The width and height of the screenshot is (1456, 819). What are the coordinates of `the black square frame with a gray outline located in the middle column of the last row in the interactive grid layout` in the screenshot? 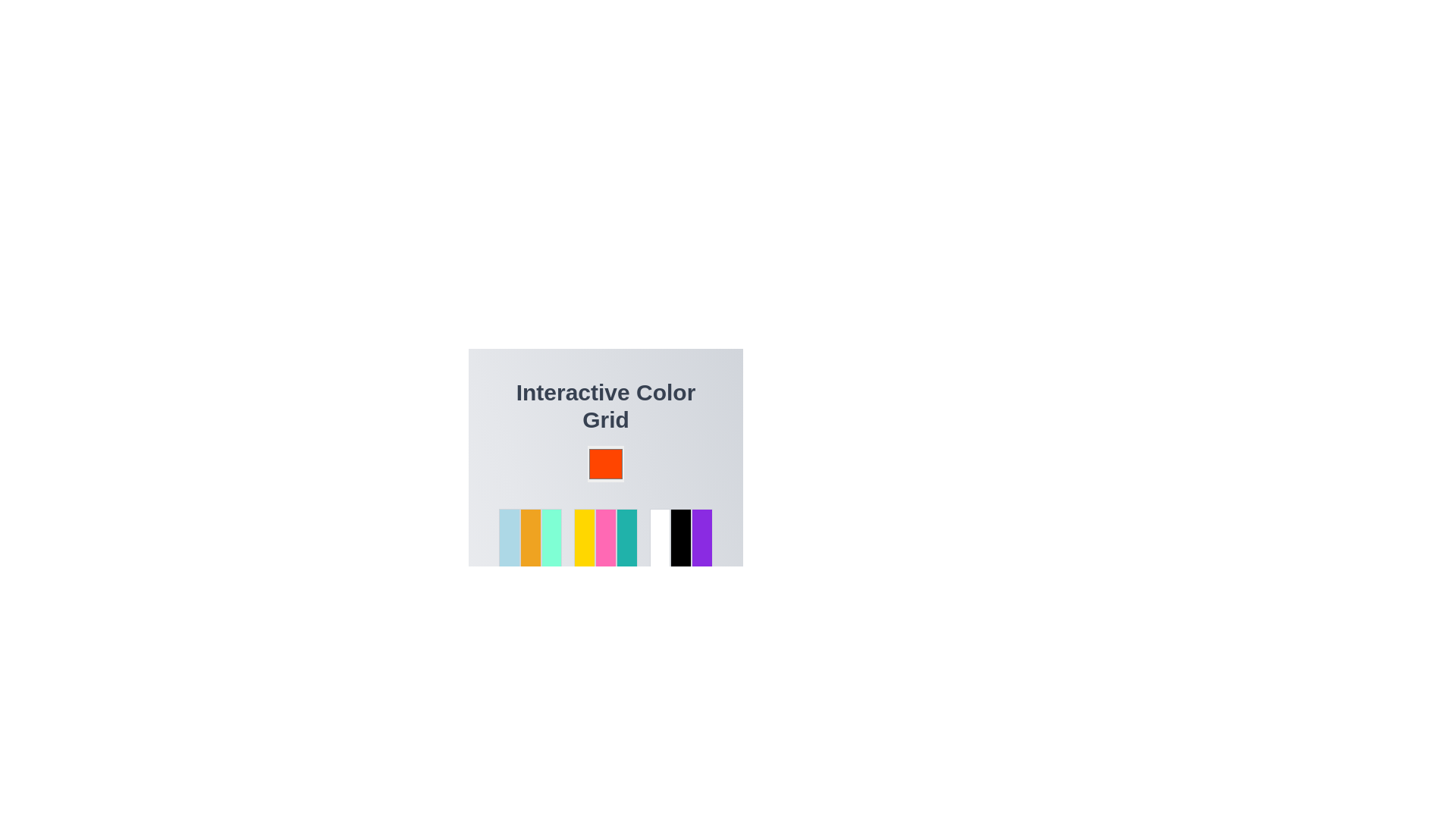 It's located at (680, 538).